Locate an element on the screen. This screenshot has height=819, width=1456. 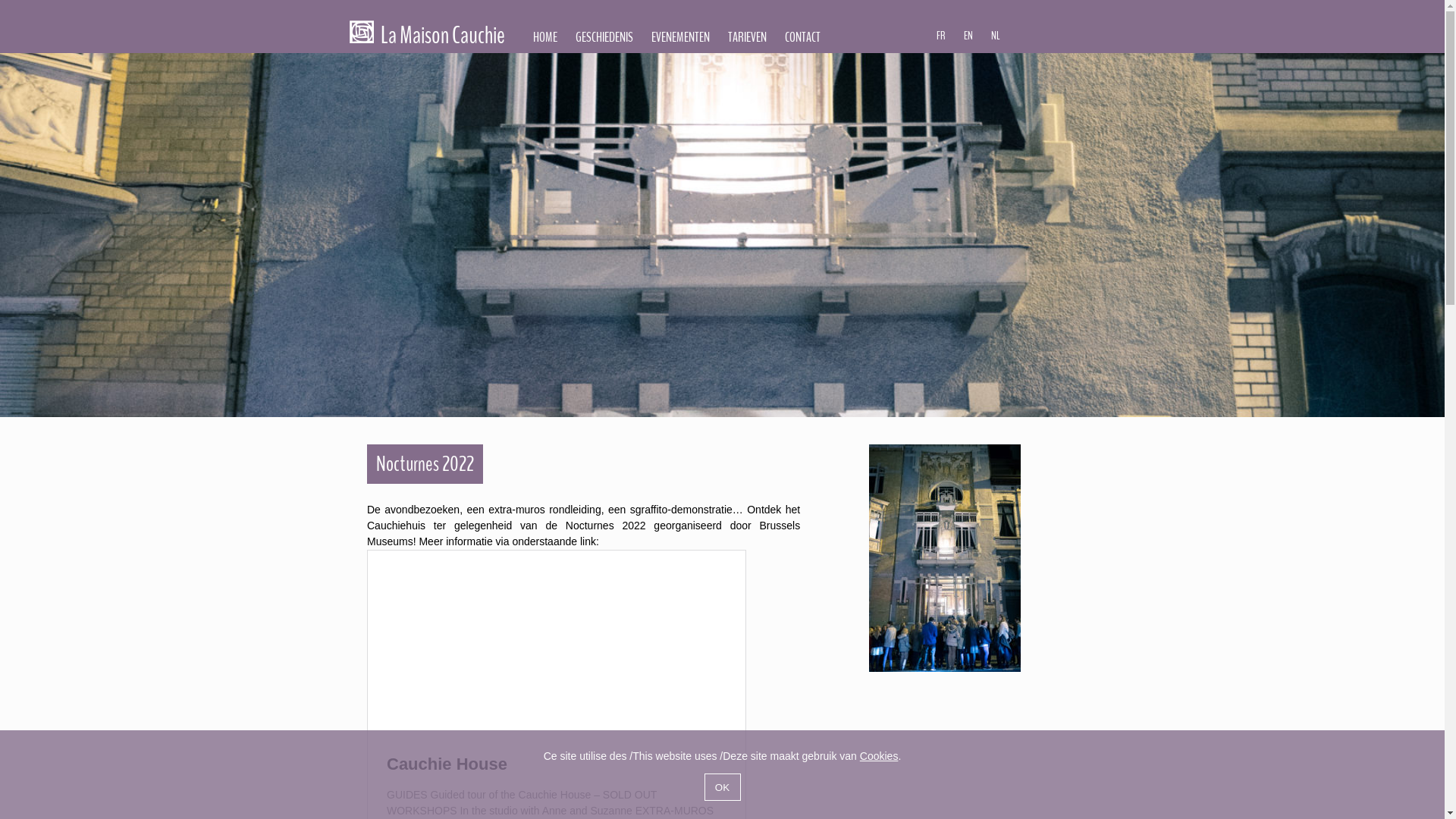
'Cookies' is located at coordinates (879, 755).